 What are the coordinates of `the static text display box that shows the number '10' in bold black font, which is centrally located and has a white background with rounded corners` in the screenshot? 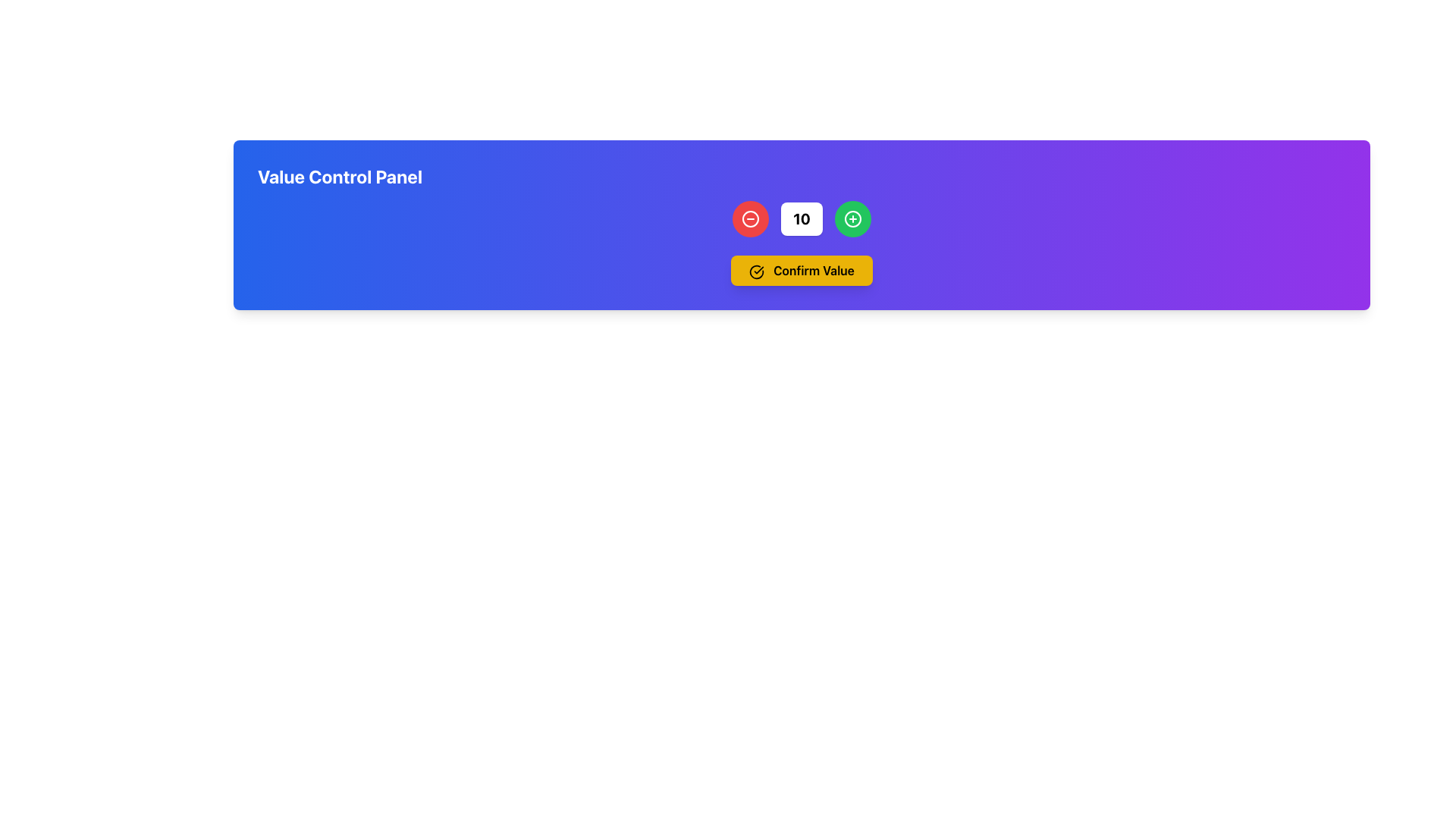 It's located at (801, 219).